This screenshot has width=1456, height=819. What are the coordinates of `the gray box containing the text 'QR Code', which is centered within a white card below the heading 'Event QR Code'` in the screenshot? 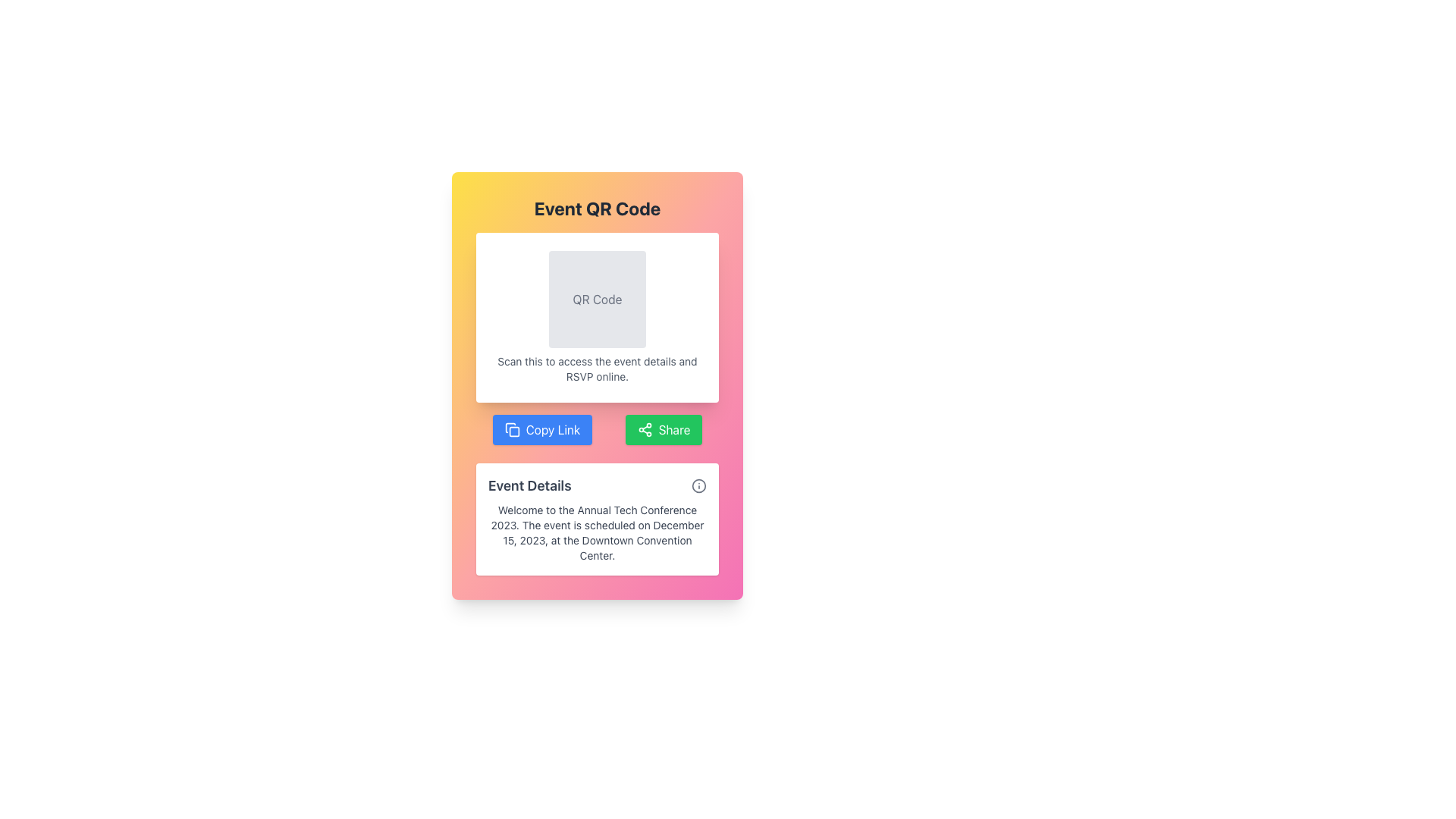 It's located at (596, 299).